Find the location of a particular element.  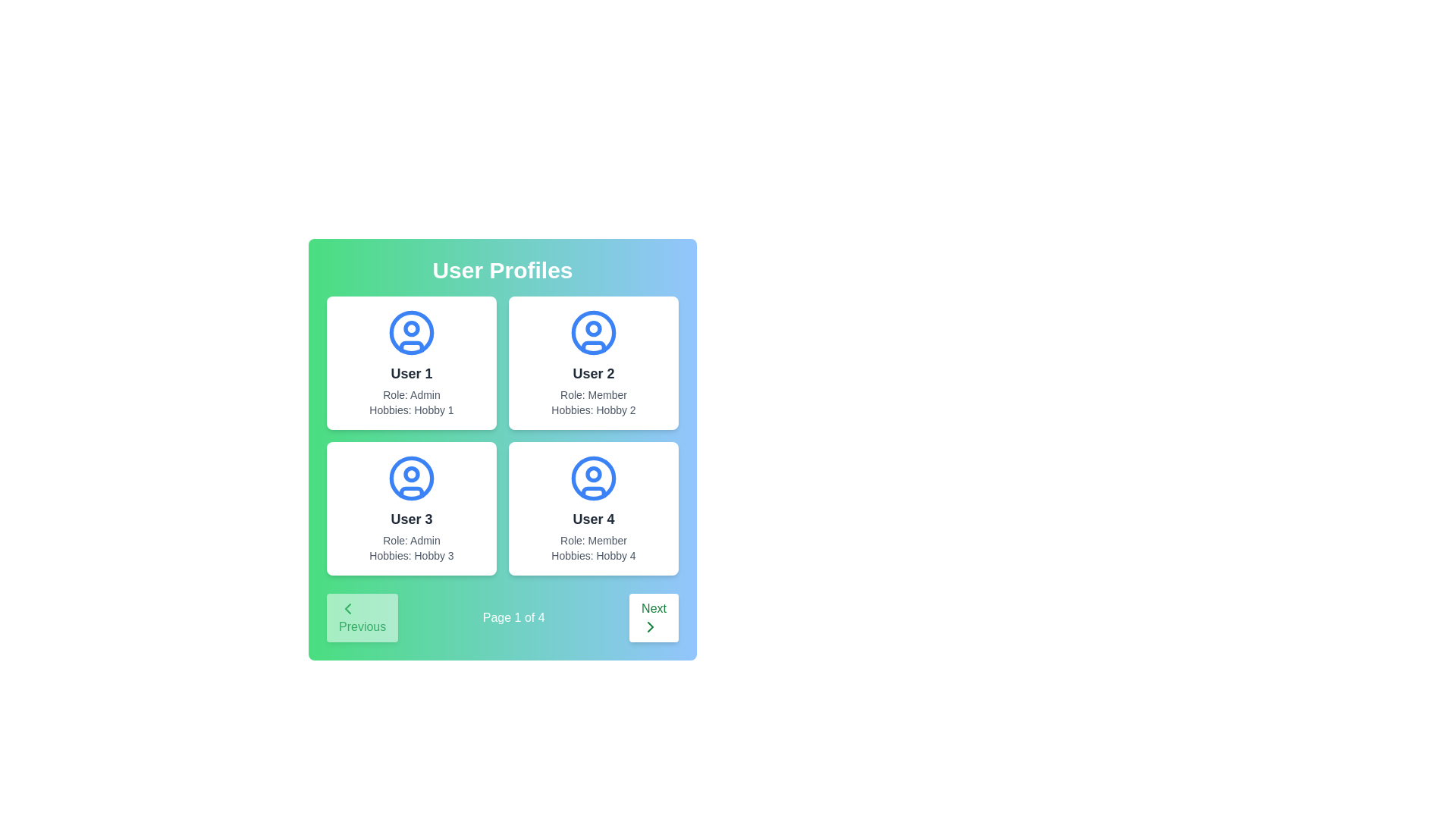

the small circular decorative element within the user profile icon located in the top-left card of the grid is located at coordinates (411, 472).